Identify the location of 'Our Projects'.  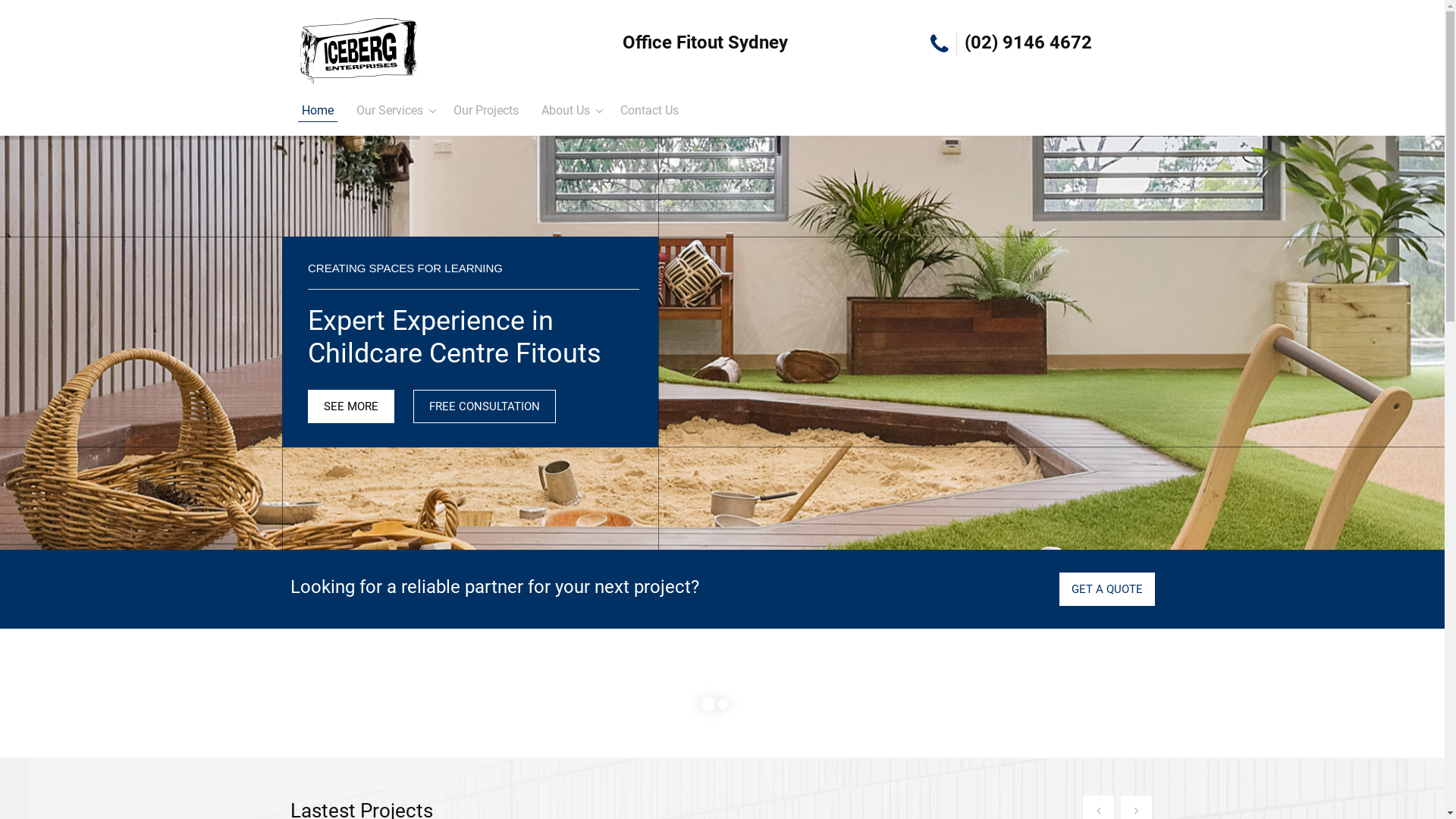
(486, 110).